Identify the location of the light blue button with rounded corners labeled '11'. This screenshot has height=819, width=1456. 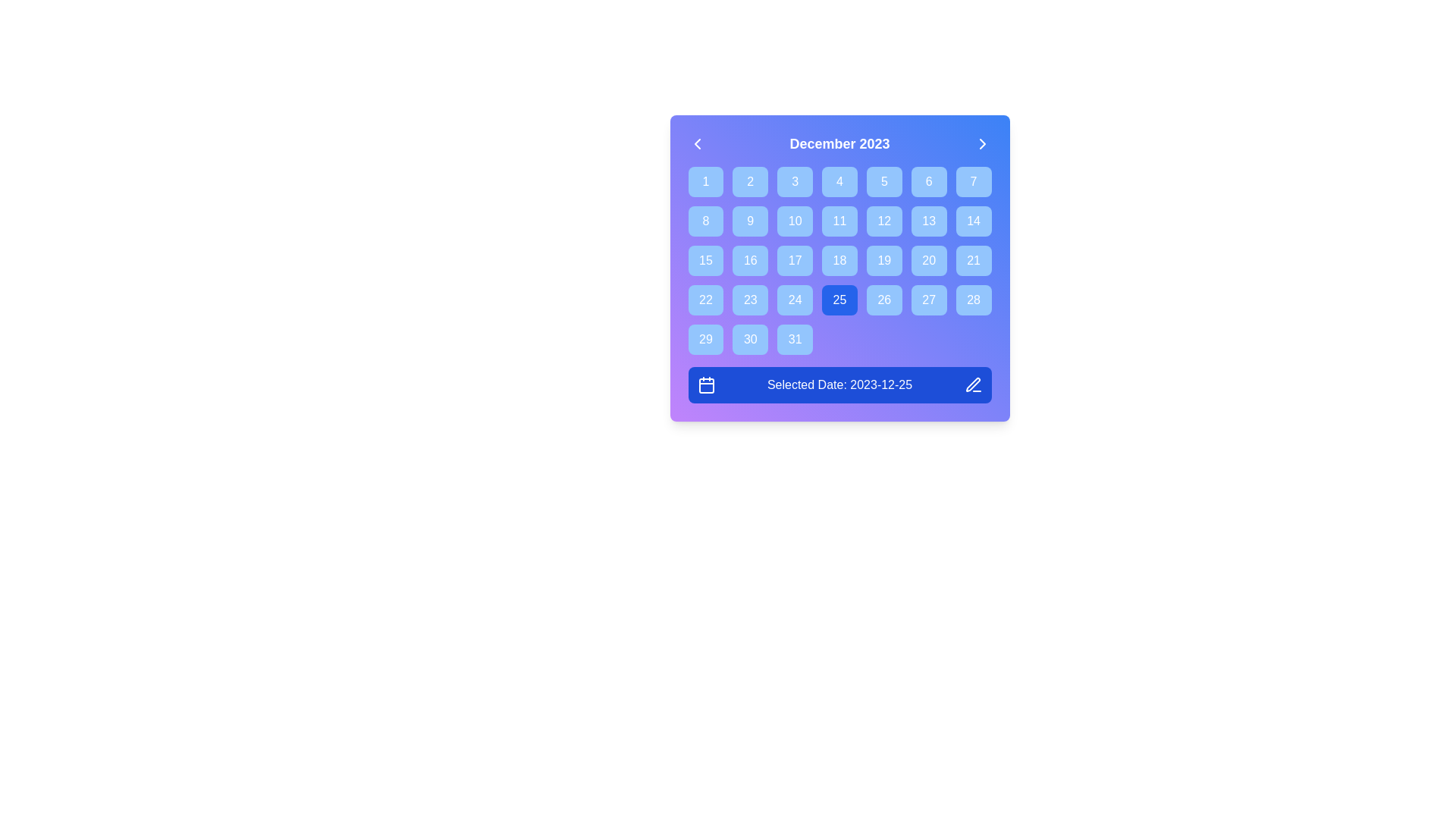
(839, 221).